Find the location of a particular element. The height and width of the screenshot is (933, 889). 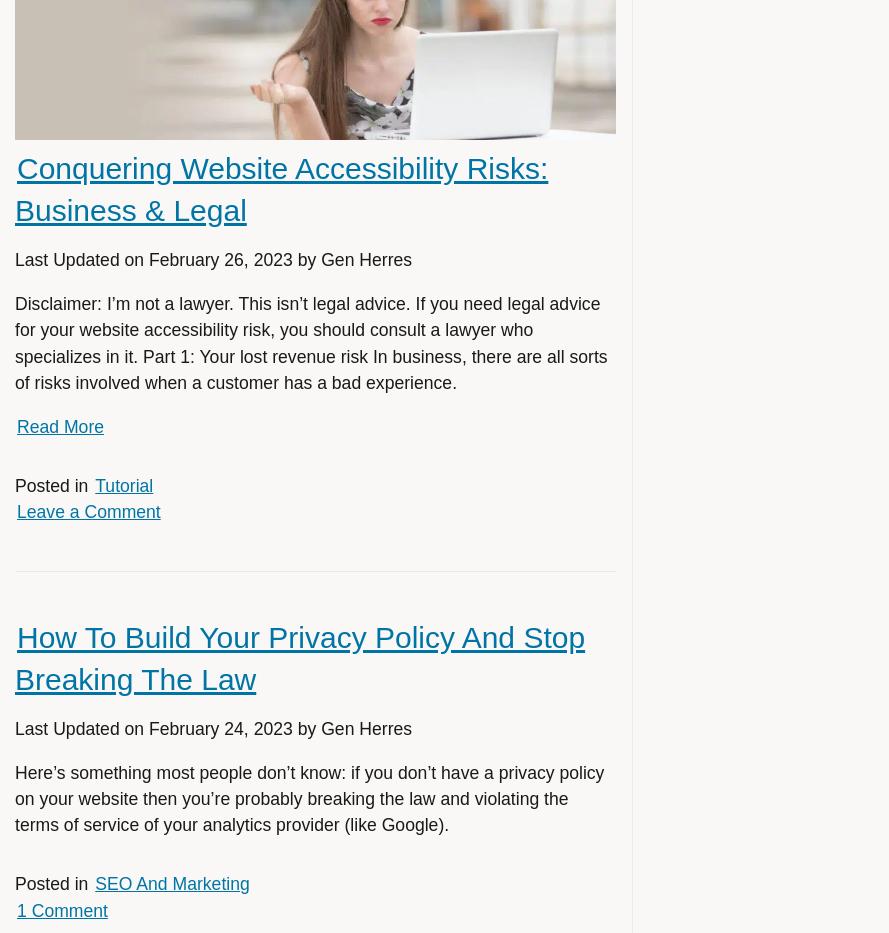

'Here’s something most people don’t know: if you don’t have a privacy policy on your website then you’re probably breaking the law and violating the terms of service of your analytics provider (like Google).' is located at coordinates (309, 798).